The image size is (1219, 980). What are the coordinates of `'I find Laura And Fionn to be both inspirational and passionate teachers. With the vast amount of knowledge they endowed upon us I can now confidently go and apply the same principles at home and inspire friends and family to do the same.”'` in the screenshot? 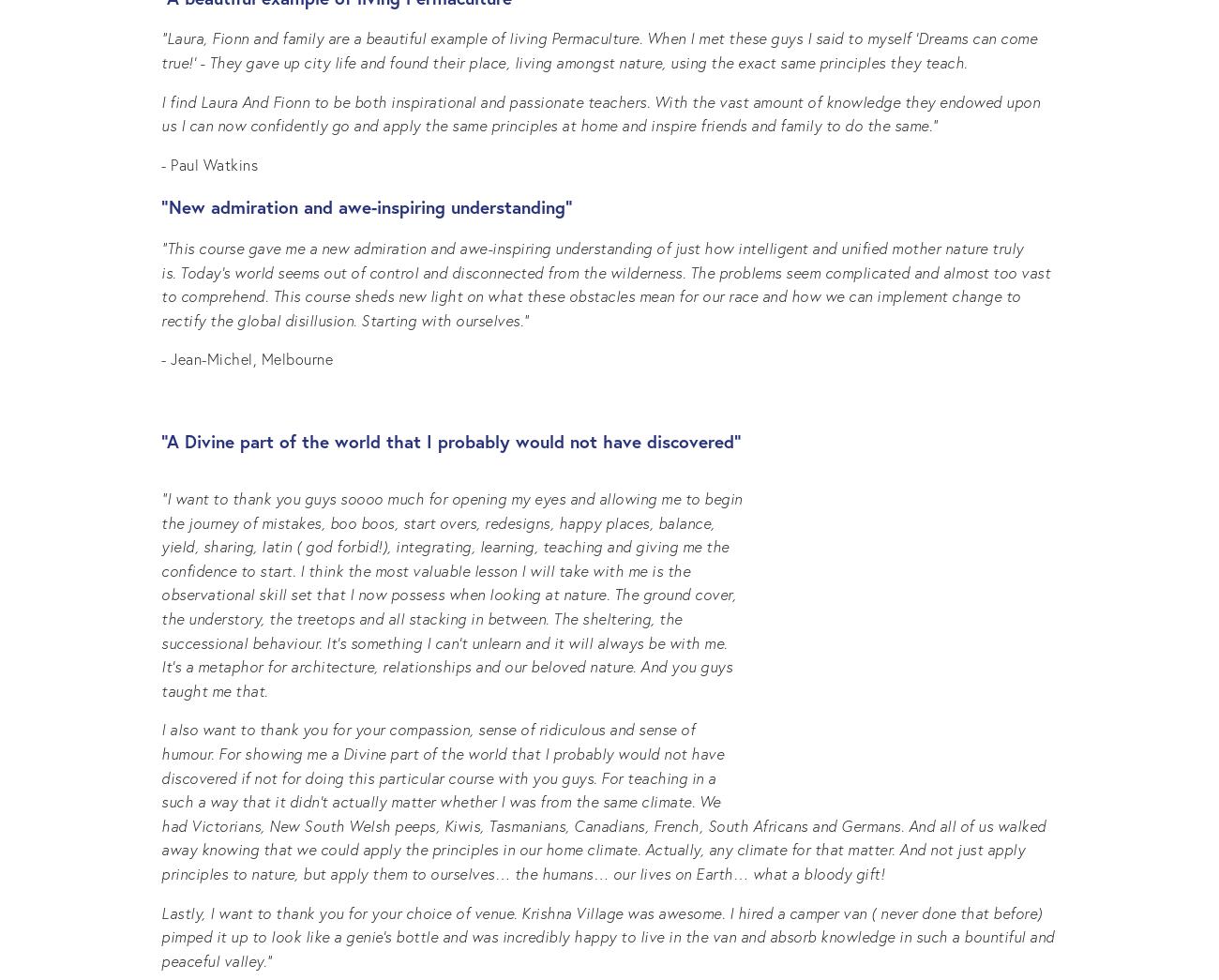 It's located at (602, 112).